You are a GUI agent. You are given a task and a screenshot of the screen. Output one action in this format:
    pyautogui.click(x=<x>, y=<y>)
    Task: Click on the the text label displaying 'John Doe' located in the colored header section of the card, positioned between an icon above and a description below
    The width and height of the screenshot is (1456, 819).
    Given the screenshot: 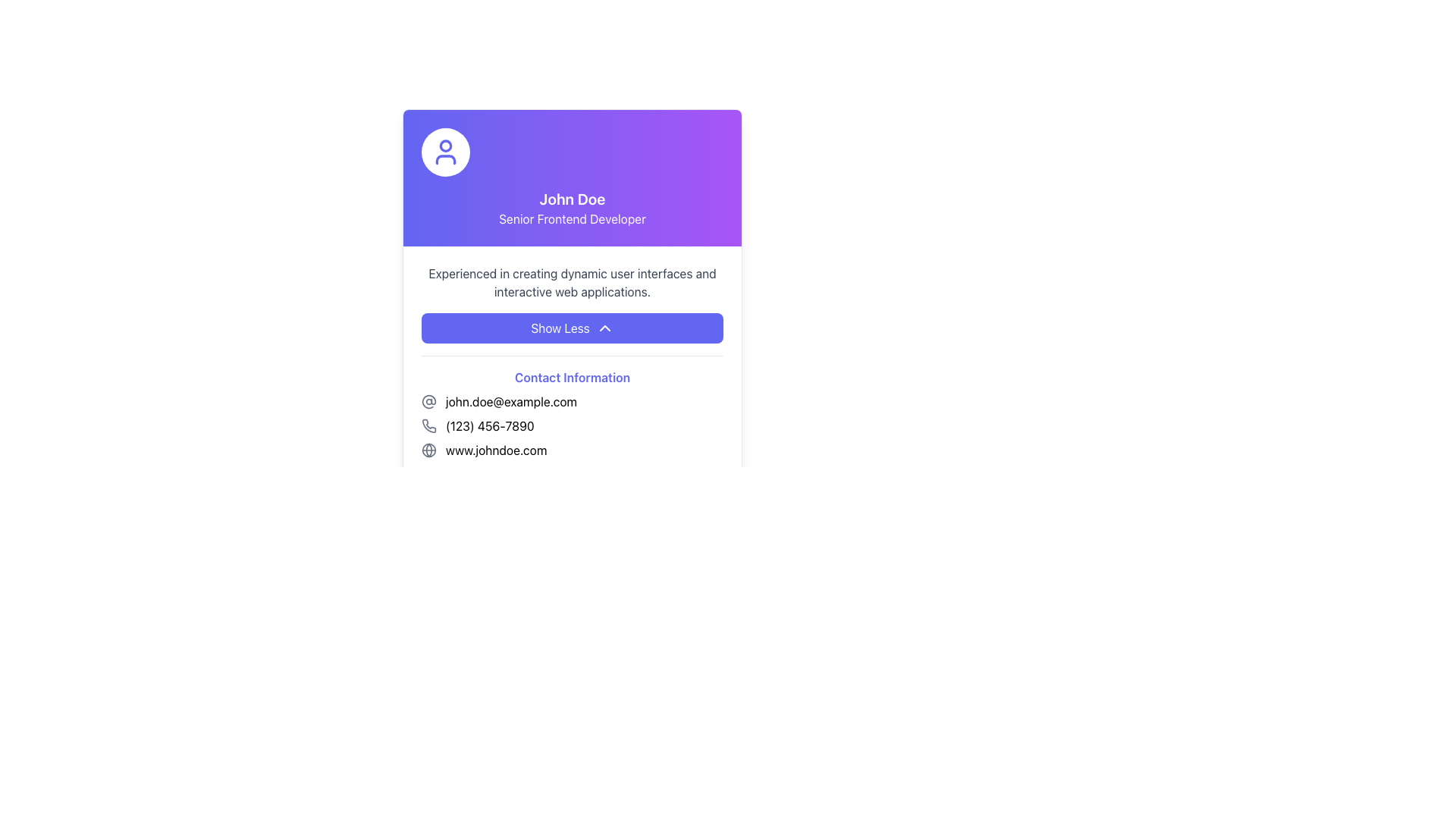 What is the action you would take?
    pyautogui.click(x=571, y=198)
    